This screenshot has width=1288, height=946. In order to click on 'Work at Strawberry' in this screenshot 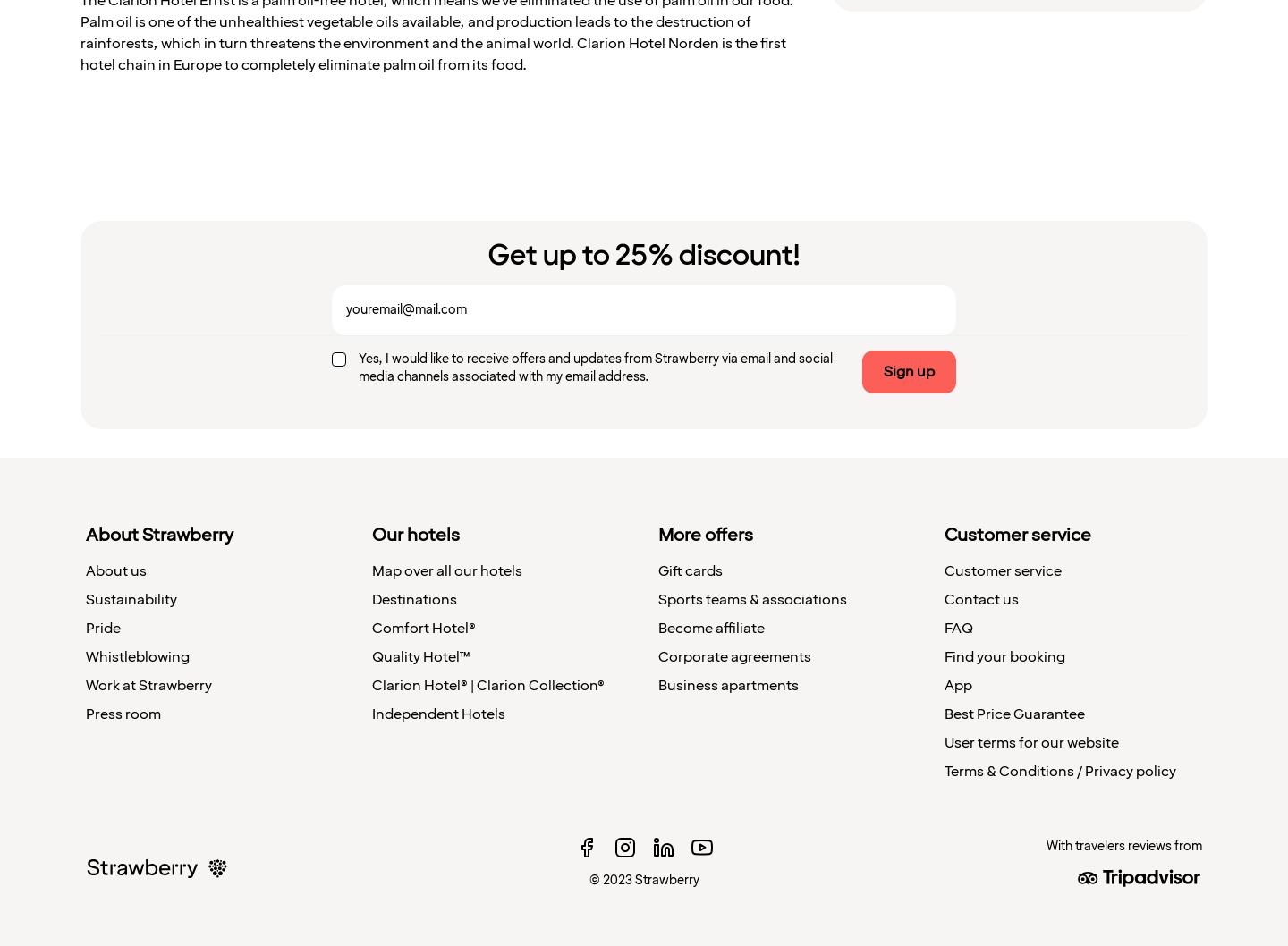, I will do `click(148, 684)`.